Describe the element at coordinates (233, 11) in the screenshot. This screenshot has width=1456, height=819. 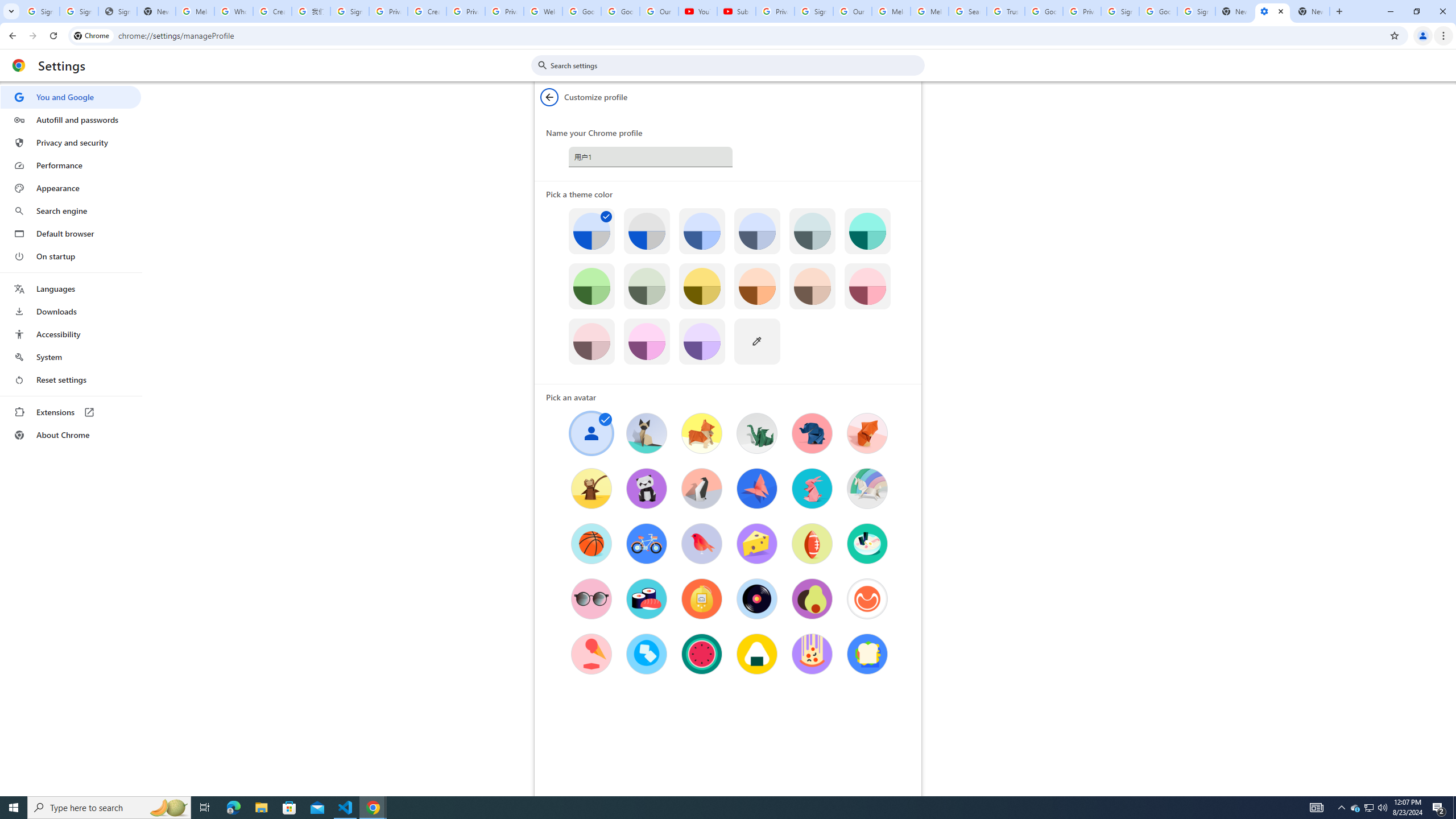
I see `'Who is my administrator? - Google Account Help'` at that location.